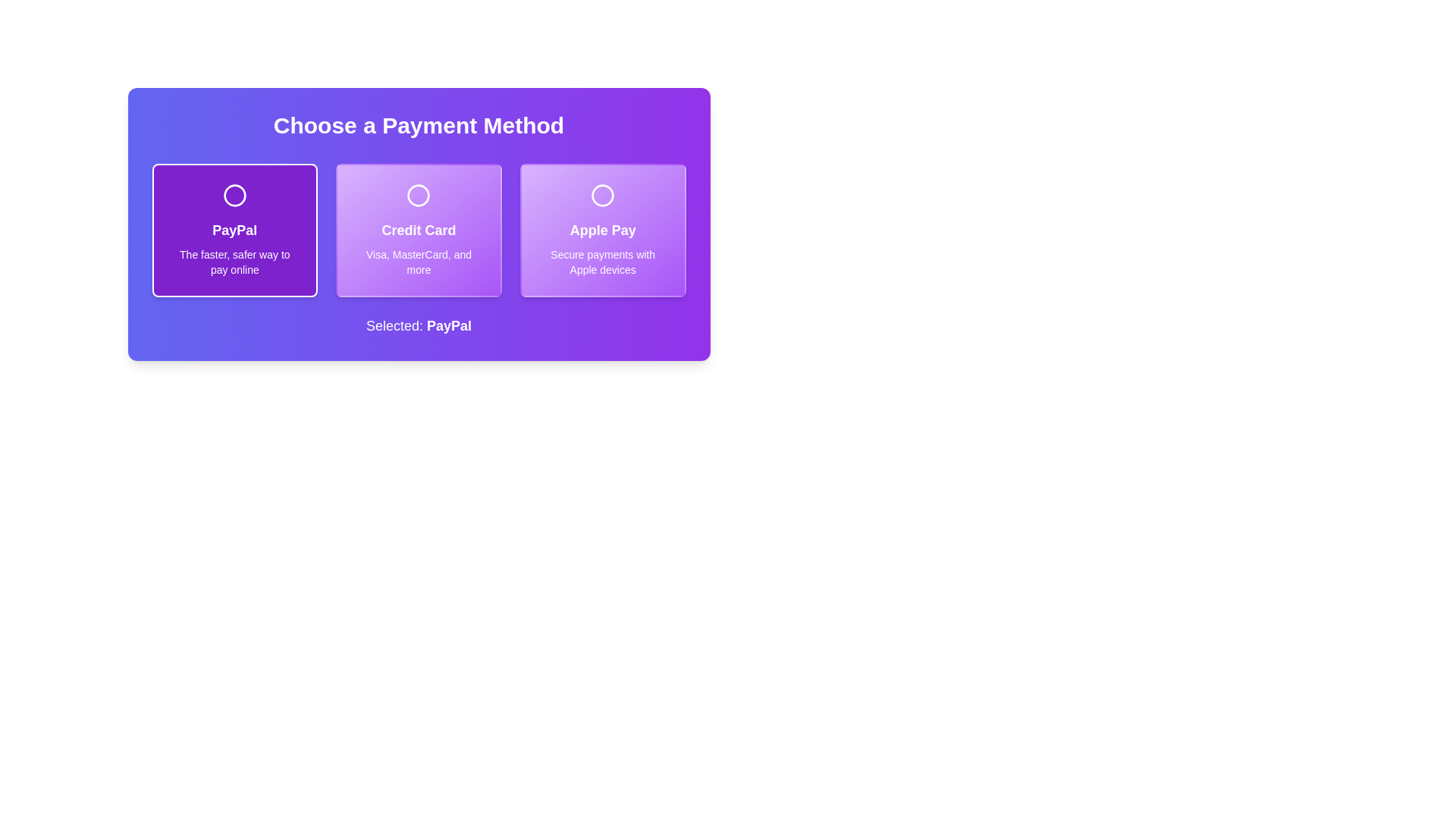  Describe the element at coordinates (602, 195) in the screenshot. I see `the circular selection indicator for the 'Apple Pay' payment method option, which is part of a radio-style selection mechanism` at that location.